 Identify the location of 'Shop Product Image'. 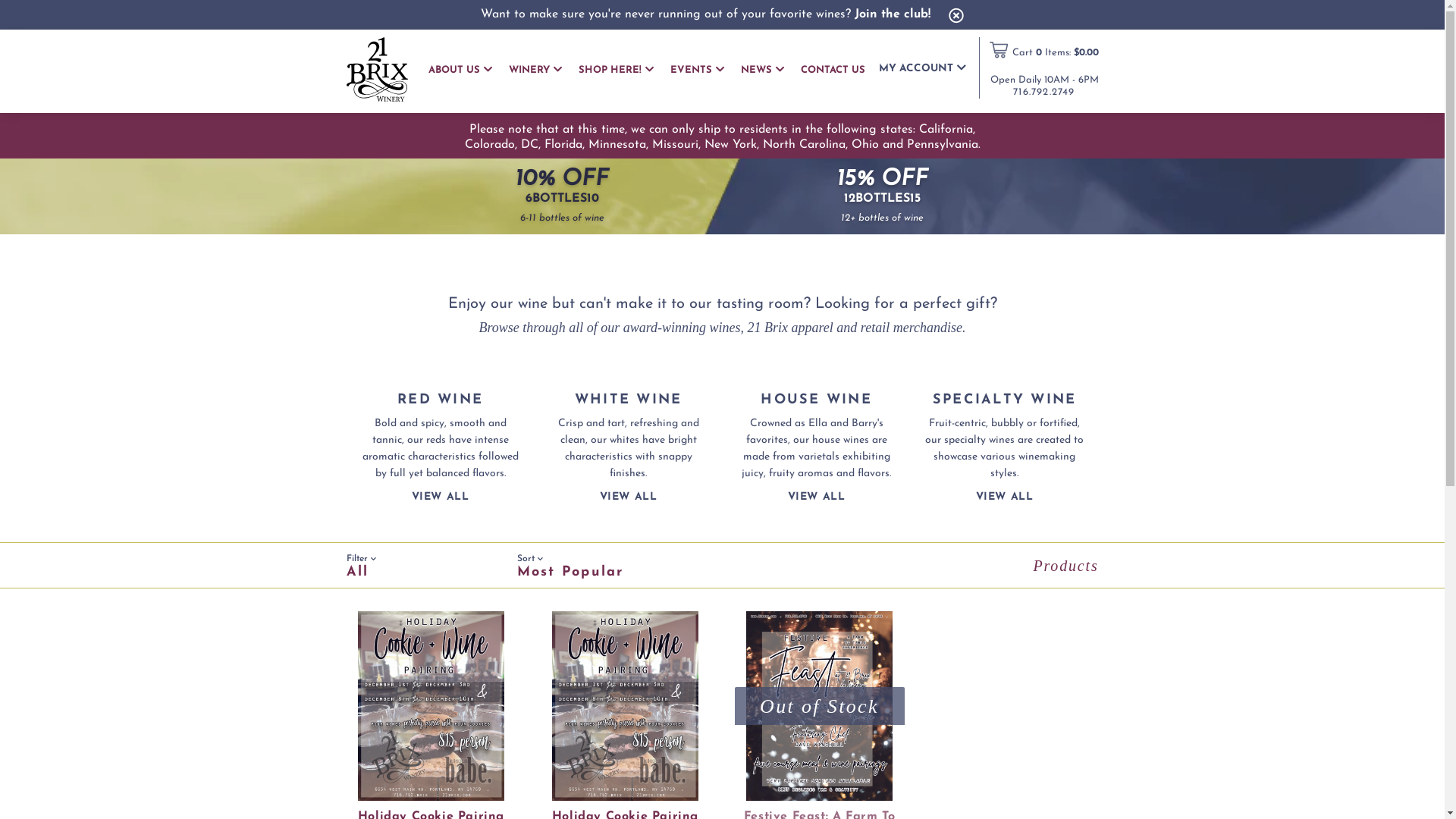
(818, 705).